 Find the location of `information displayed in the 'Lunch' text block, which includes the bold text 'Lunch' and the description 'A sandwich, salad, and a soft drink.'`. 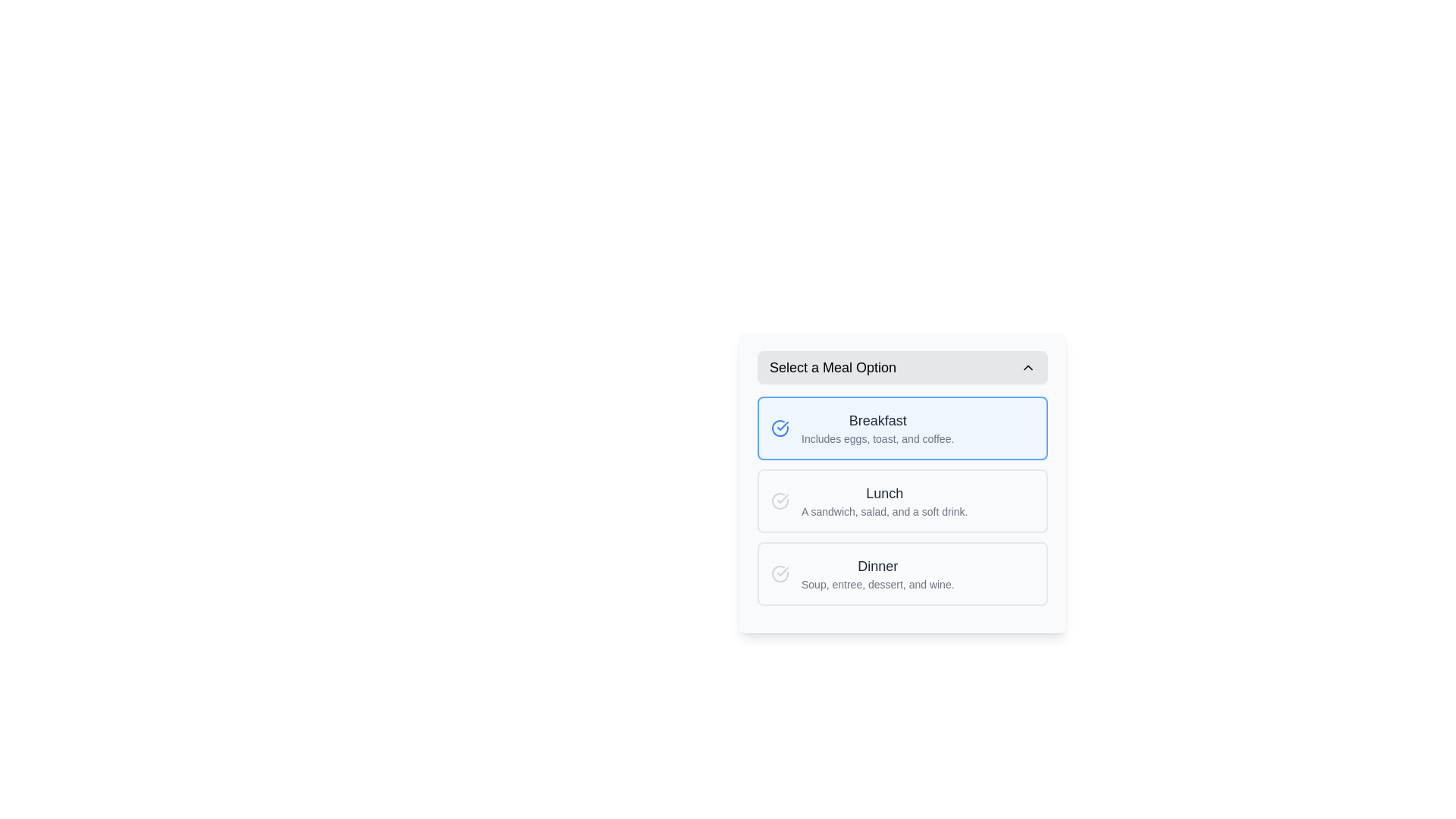

information displayed in the 'Lunch' text block, which includes the bold text 'Lunch' and the description 'A sandwich, salad, and a soft drink.' is located at coordinates (884, 500).